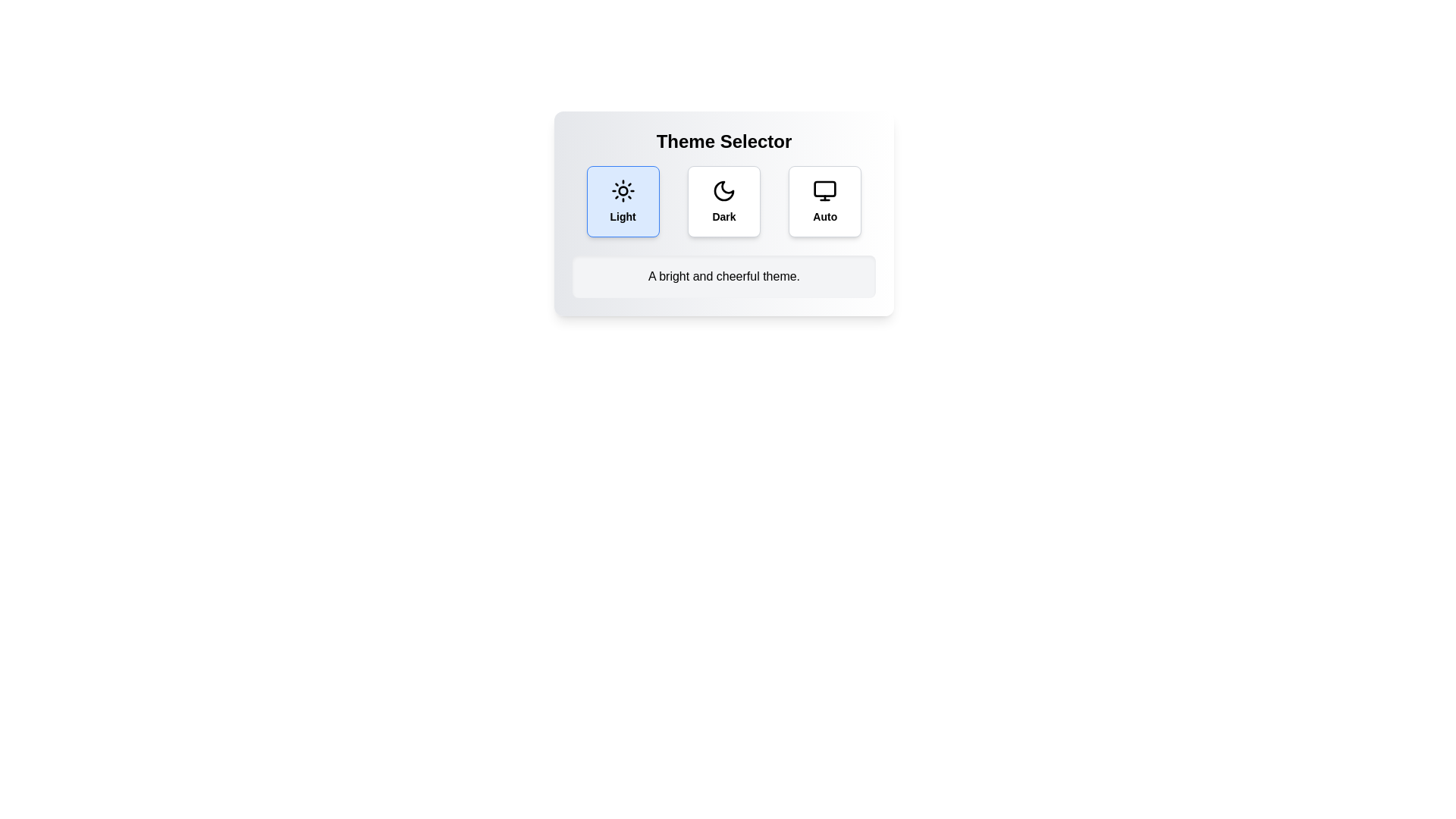 Image resolution: width=1456 pixels, height=819 pixels. Describe the element at coordinates (824, 201) in the screenshot. I see `the theme Auto by clicking on its button` at that location.